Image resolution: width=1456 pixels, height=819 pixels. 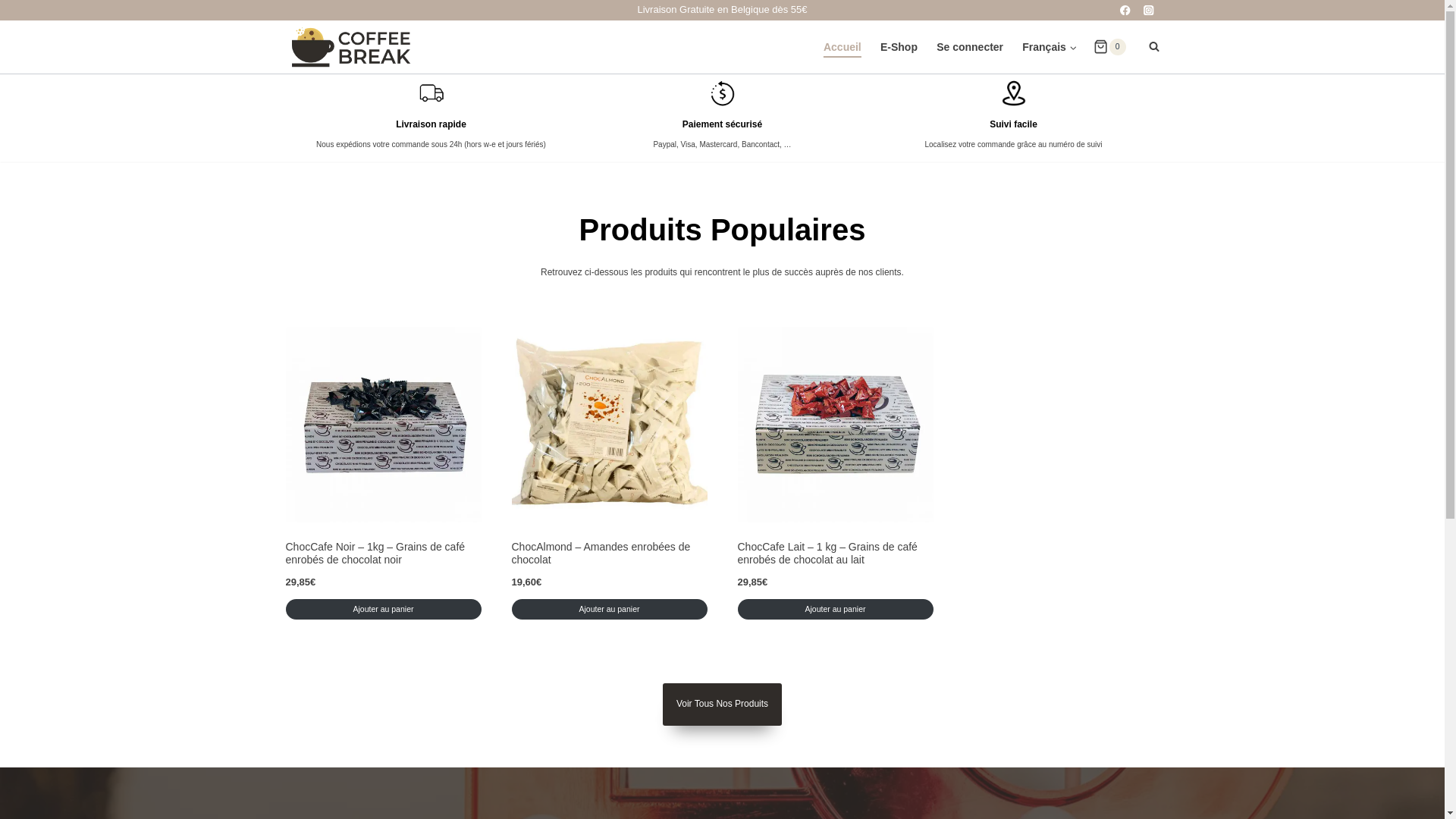 I want to click on 'Se connecter', so click(x=969, y=45).